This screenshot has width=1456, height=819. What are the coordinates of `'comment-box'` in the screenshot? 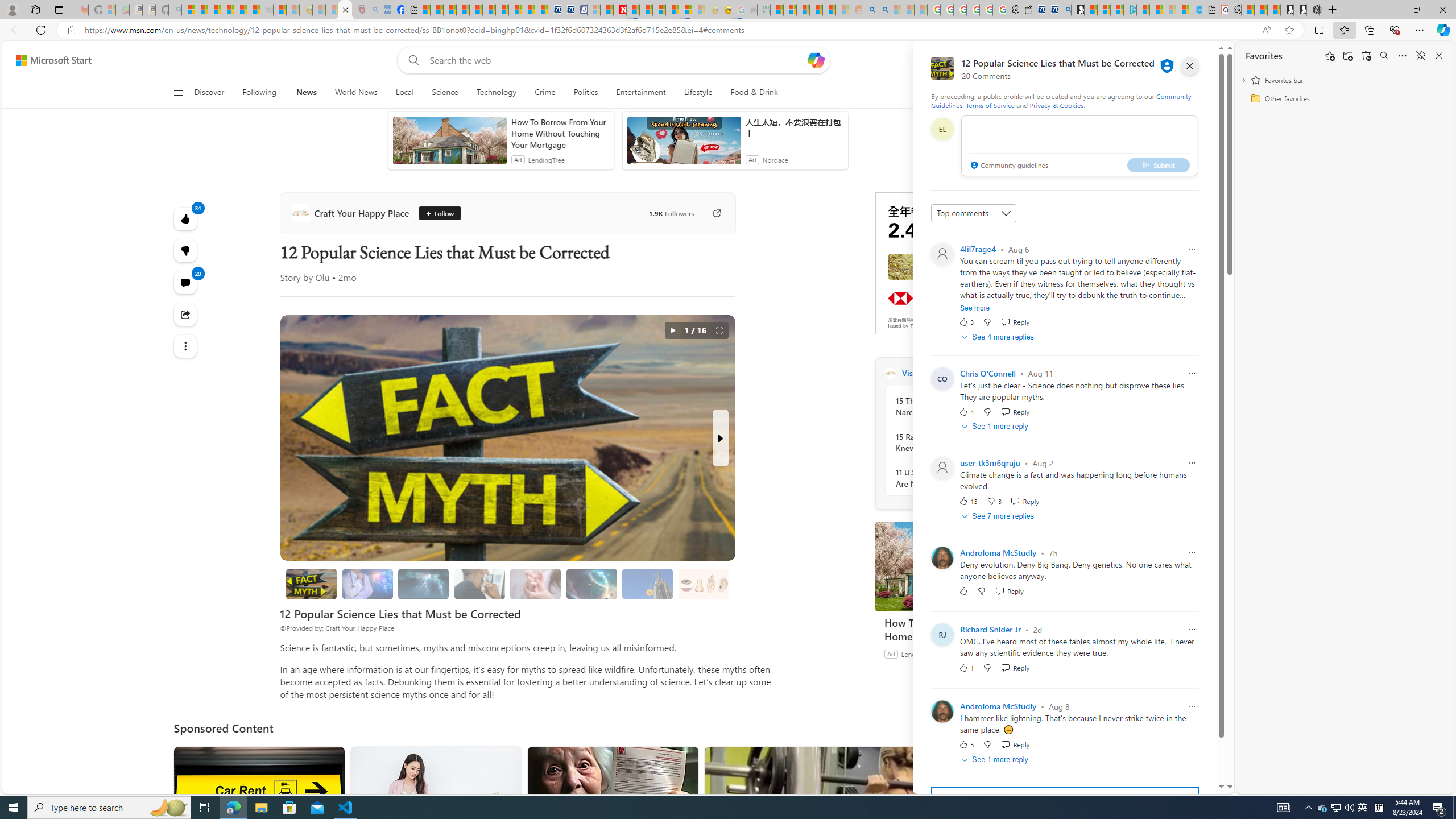 It's located at (1078, 146).